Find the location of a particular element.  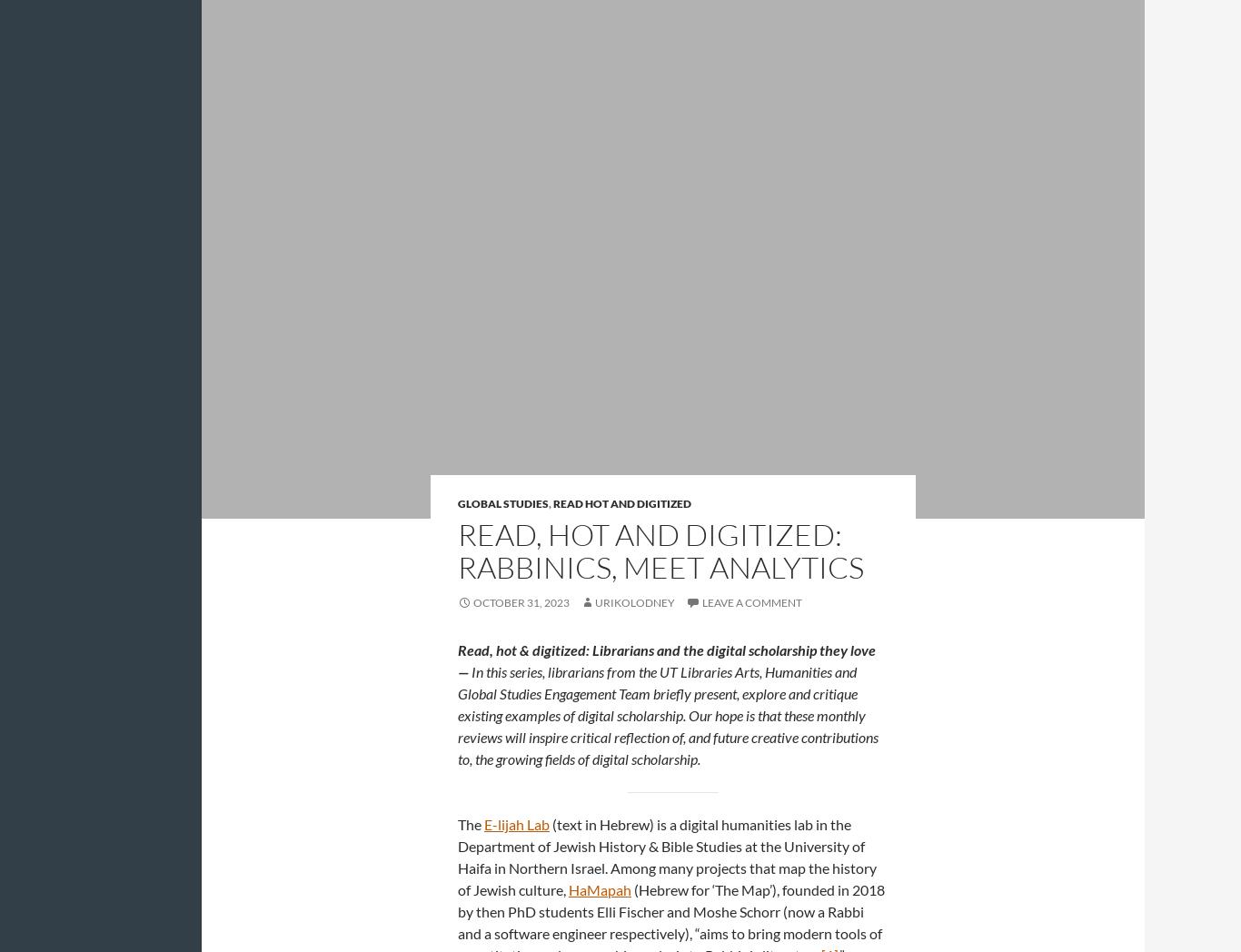

'October 31, 2023' is located at coordinates (520, 602).